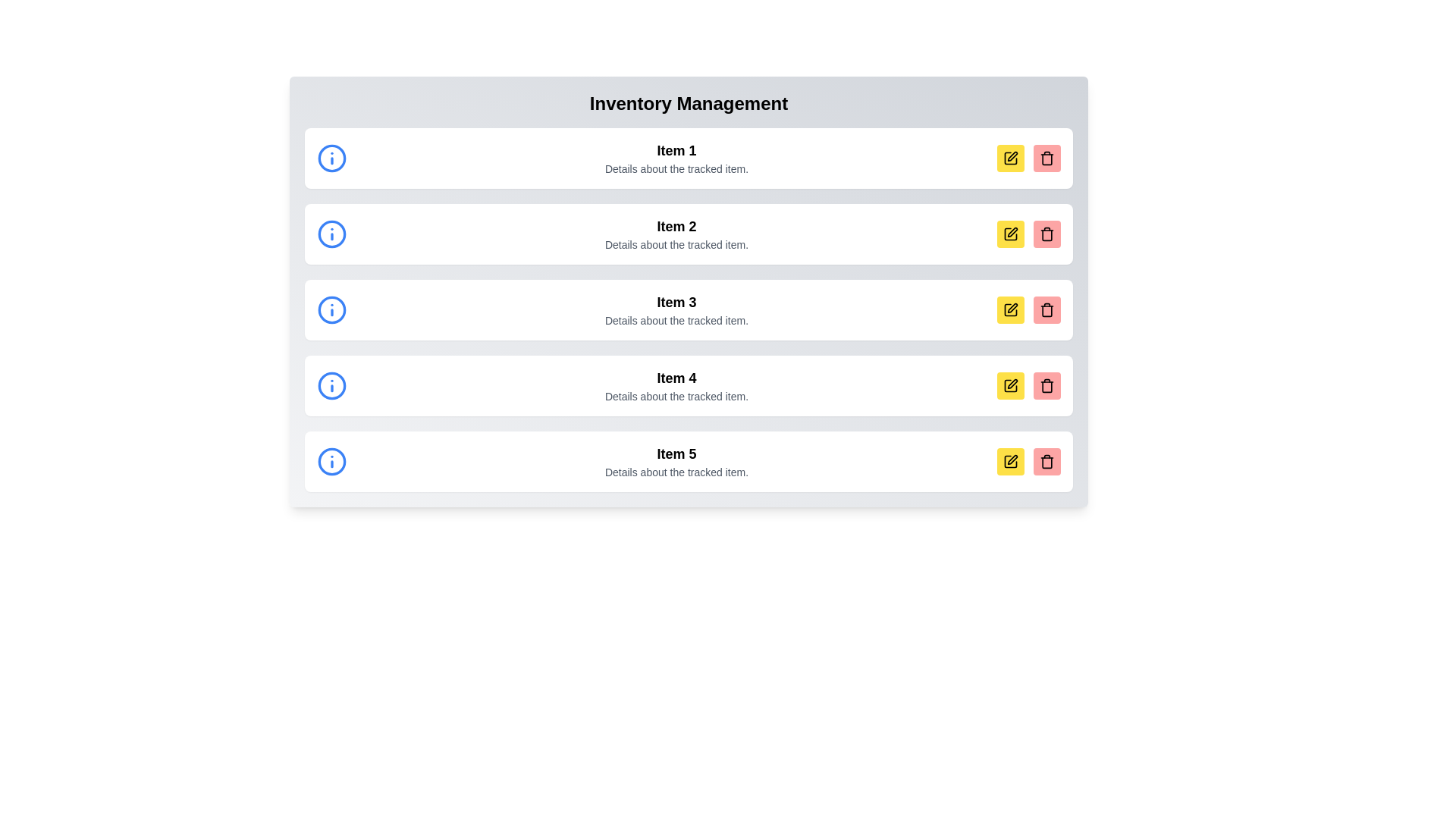 The height and width of the screenshot is (819, 1456). Describe the element at coordinates (688, 385) in the screenshot. I see `the fourth card in the vertical list, which contains the text 'Item 4' and action buttons, to access further options` at that location.